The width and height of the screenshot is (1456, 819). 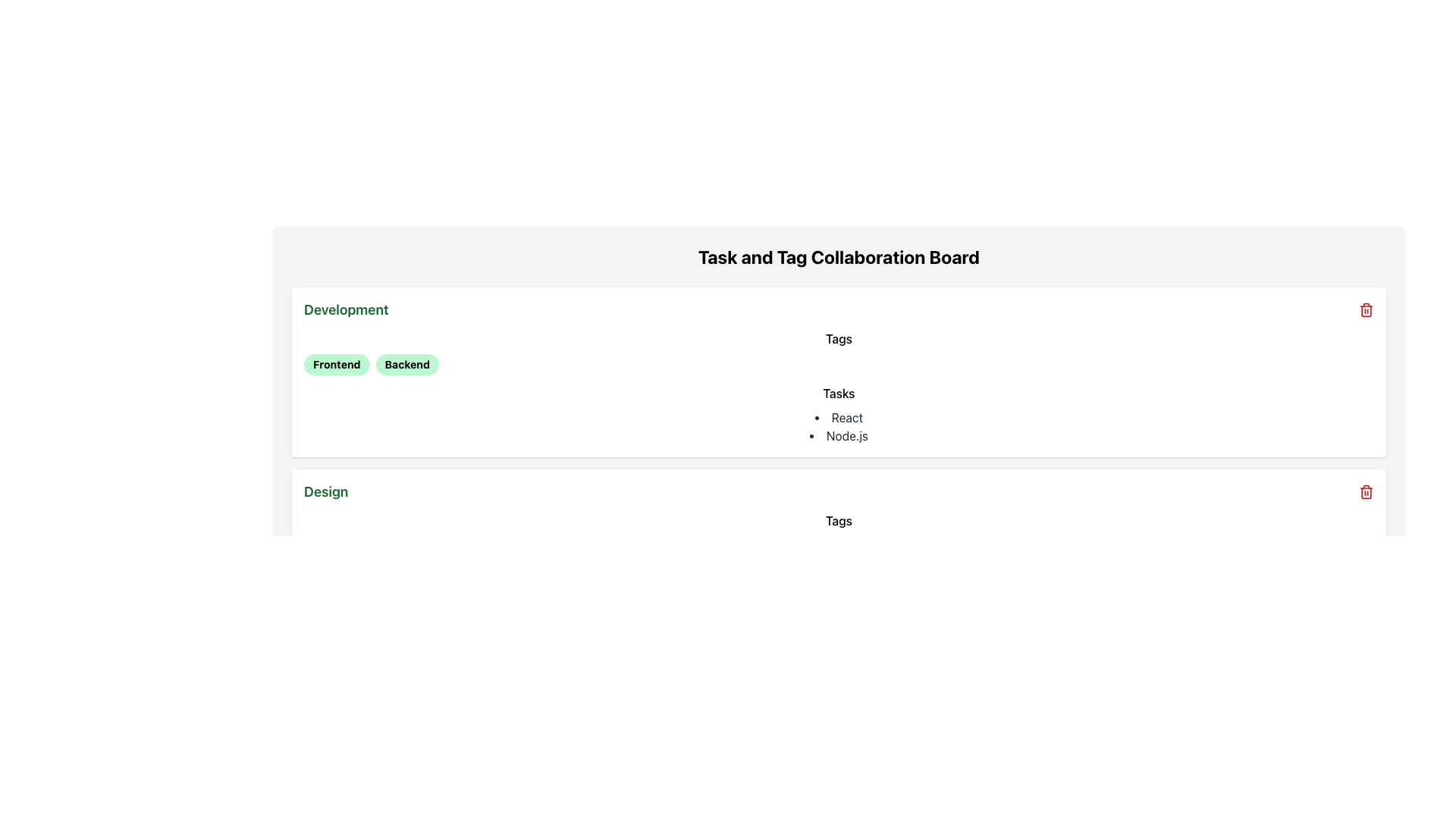 I want to click on the first tag in the 'Development' section, which serves as a category or tag label for filtering content, so click(x=336, y=365).